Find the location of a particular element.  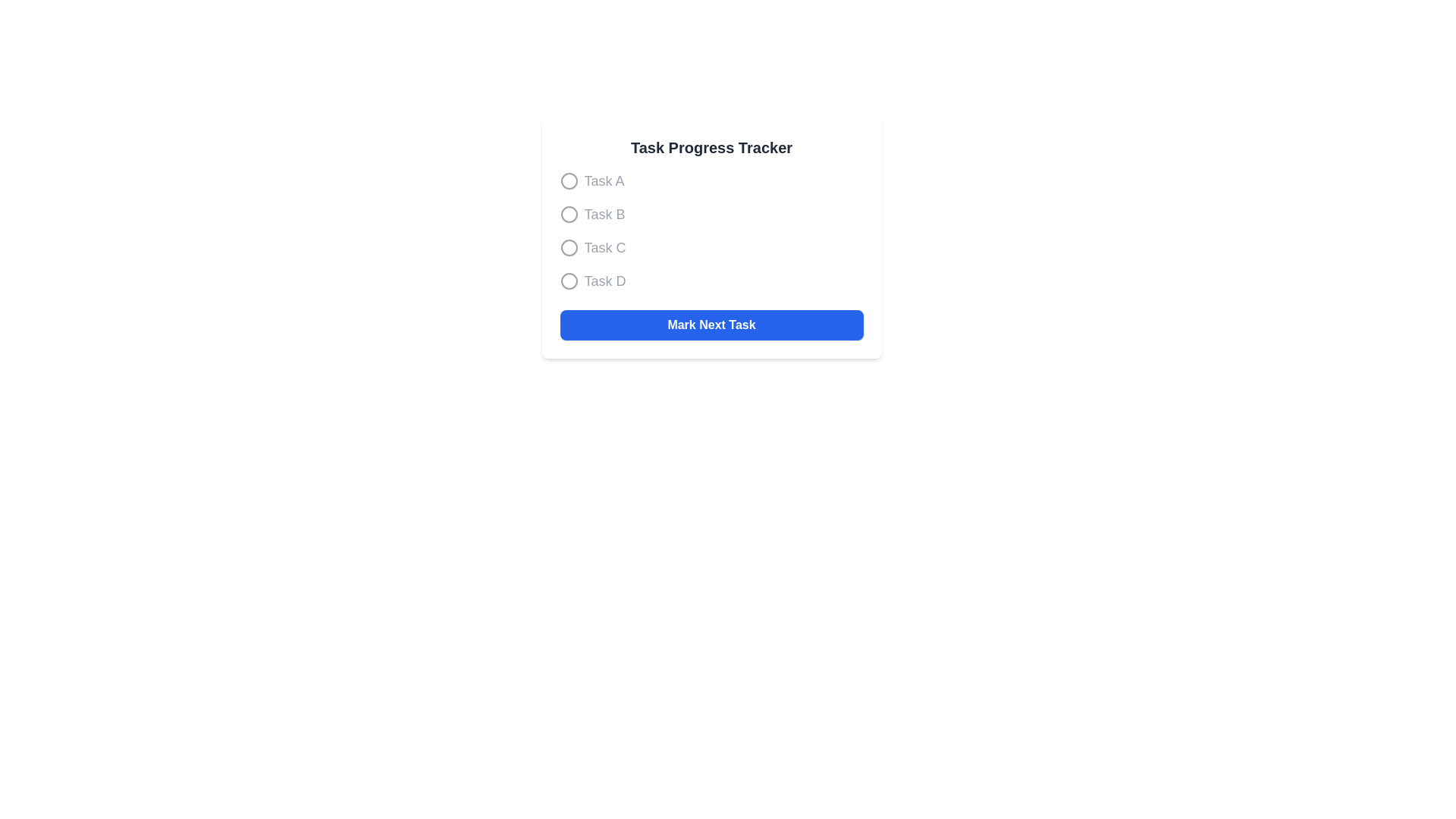

the circular graphic element representing the third radio button under the 'Task Progress Tracker' labeled 'Task C' is located at coordinates (568, 247).